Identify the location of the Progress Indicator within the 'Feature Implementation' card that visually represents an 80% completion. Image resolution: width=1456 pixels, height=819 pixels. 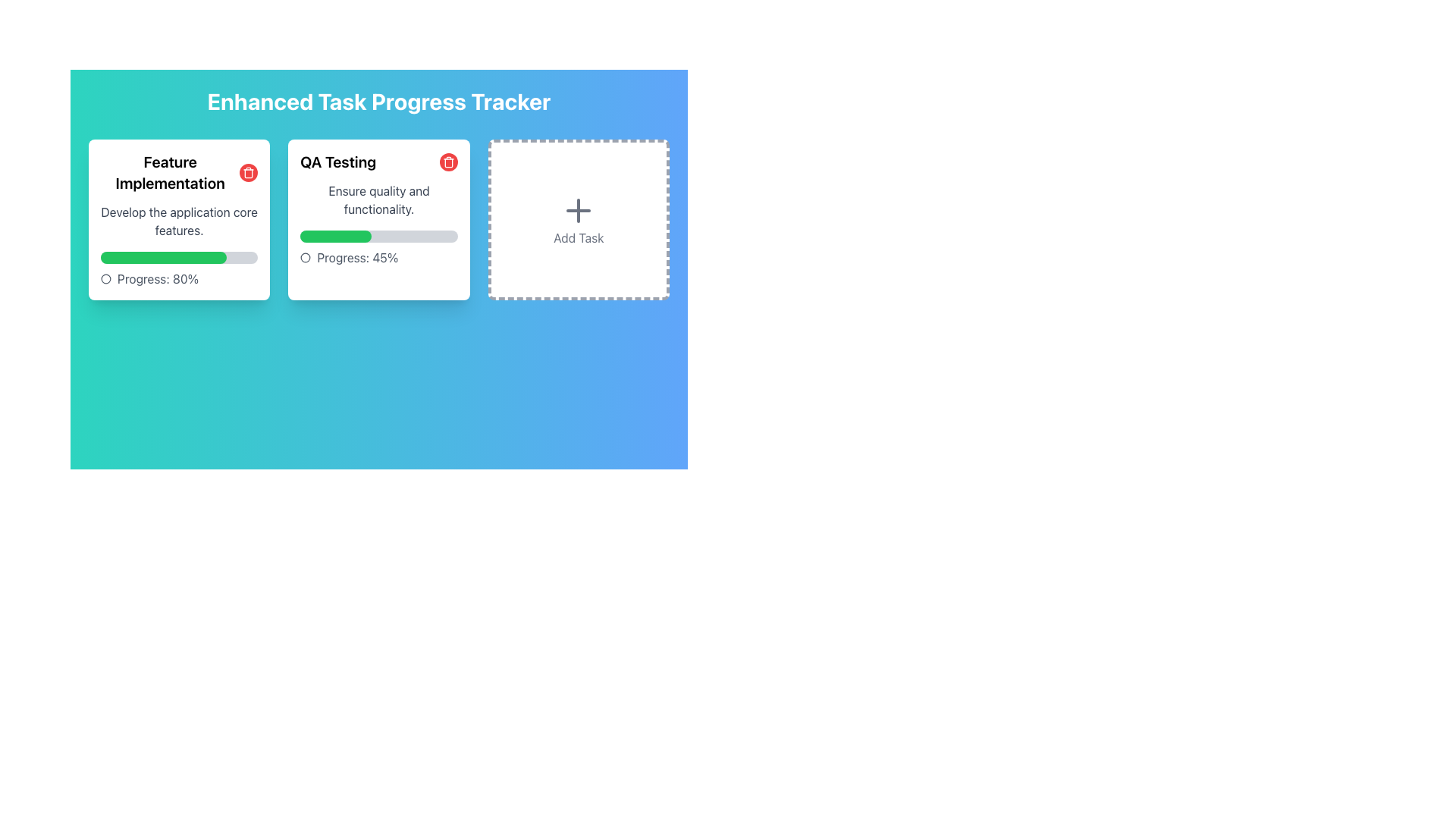
(164, 256).